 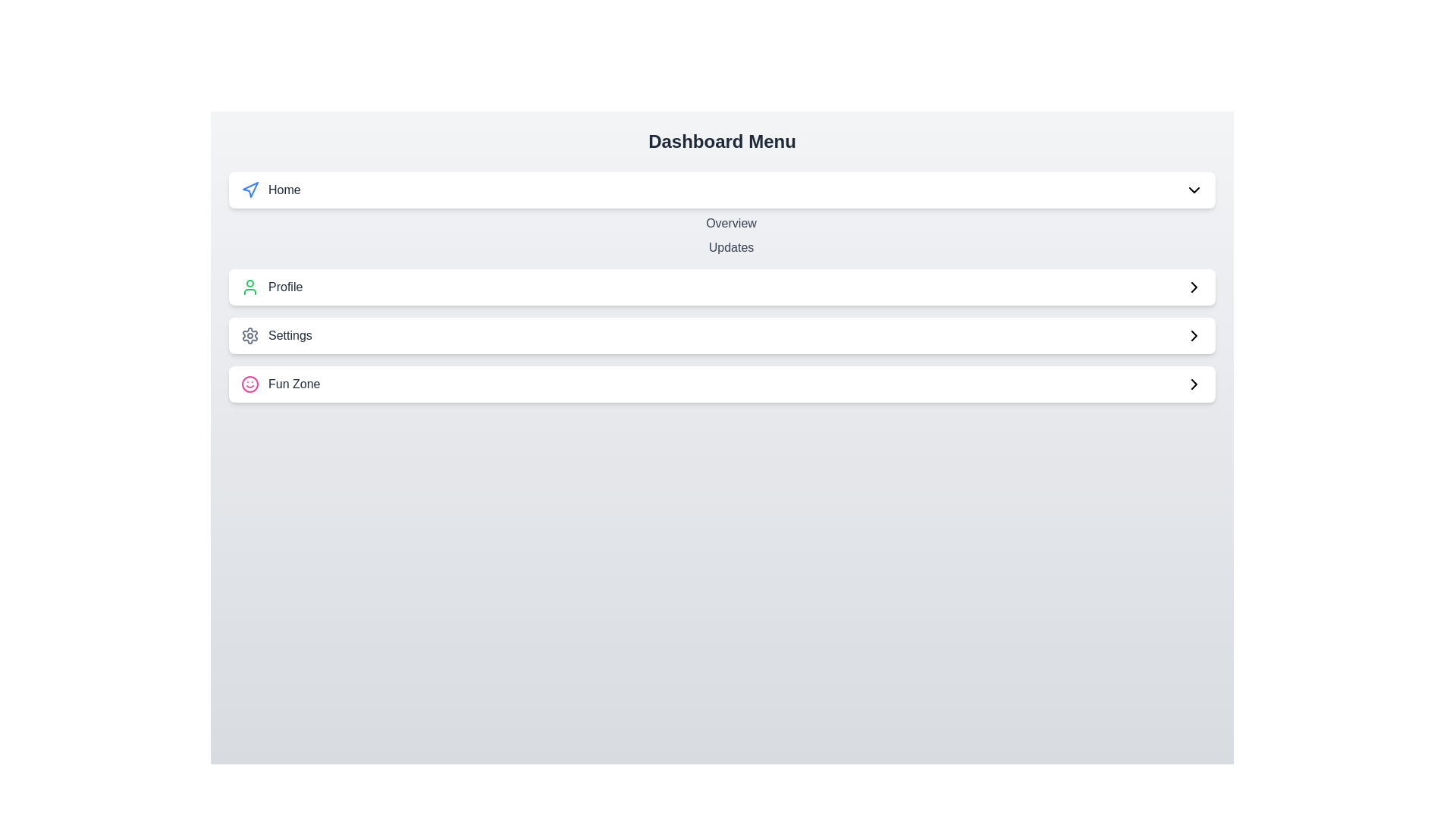 I want to click on the centrally aligned title Text Label at the top of the dashboard, which indicates the current context or section, so click(x=721, y=141).